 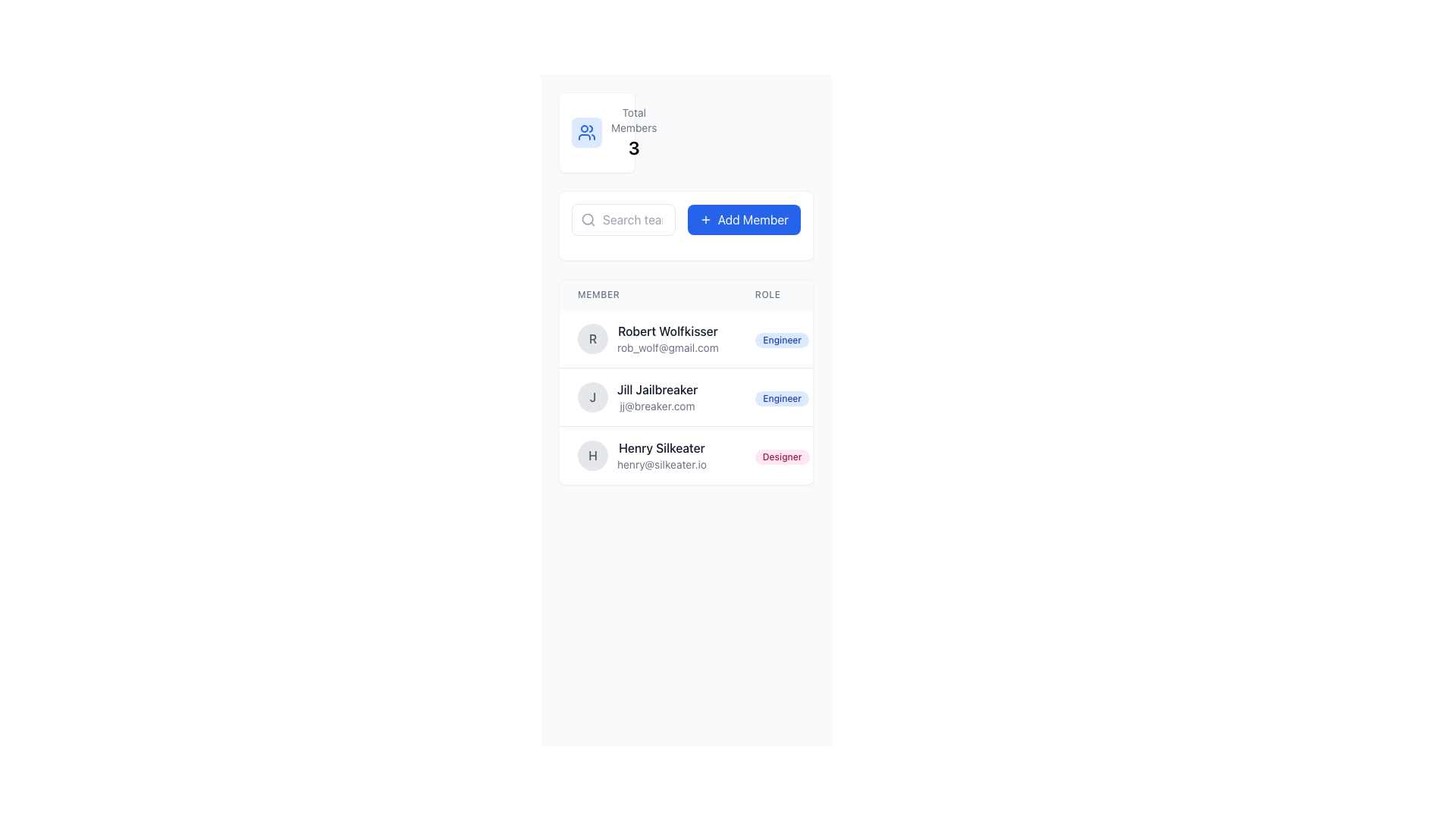 I want to click on the text label displaying the name 'Jill Jailbreaker', so click(x=657, y=388).